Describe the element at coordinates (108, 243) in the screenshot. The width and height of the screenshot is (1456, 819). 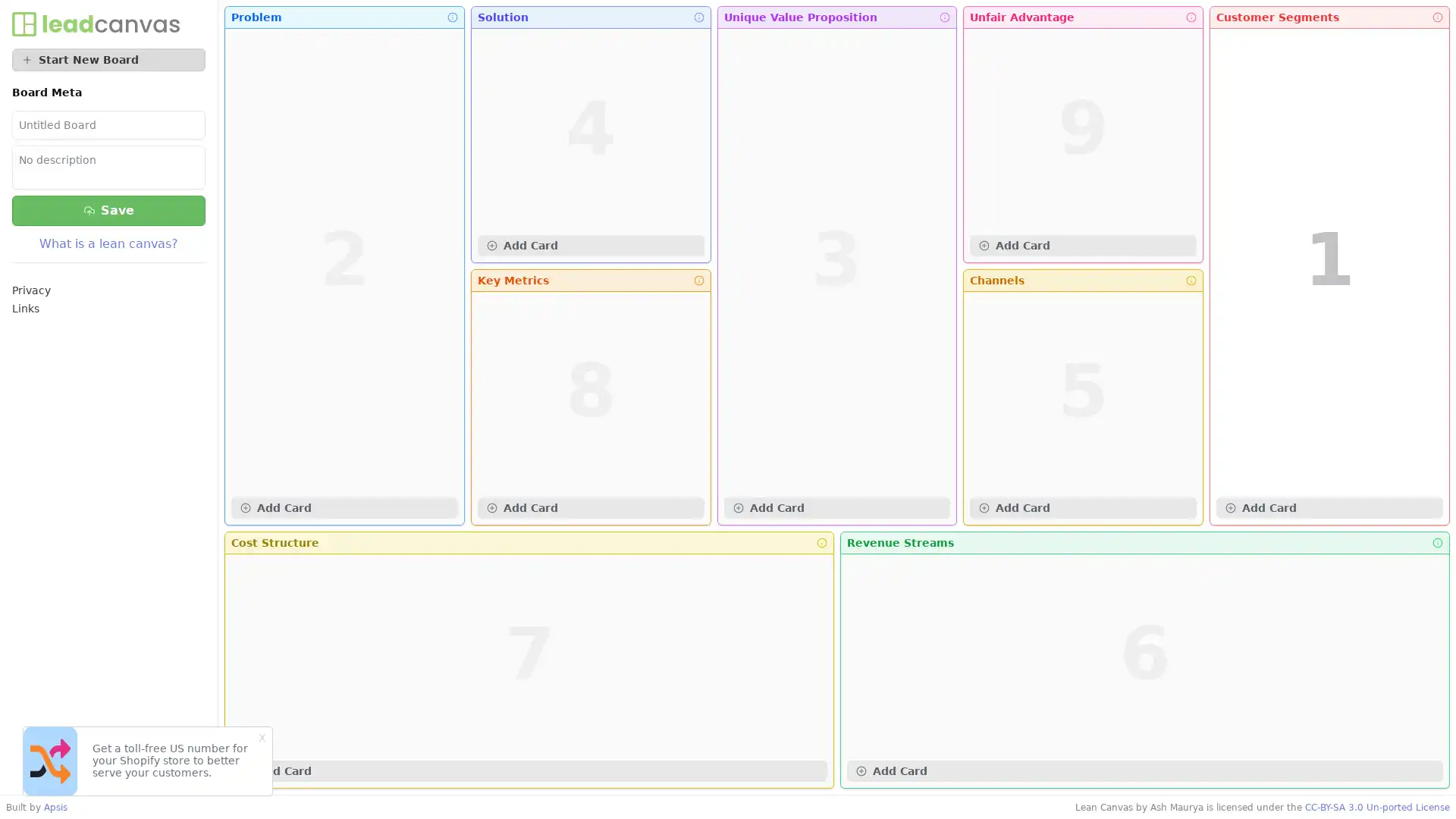
I see `What is a lean canvas?` at that location.